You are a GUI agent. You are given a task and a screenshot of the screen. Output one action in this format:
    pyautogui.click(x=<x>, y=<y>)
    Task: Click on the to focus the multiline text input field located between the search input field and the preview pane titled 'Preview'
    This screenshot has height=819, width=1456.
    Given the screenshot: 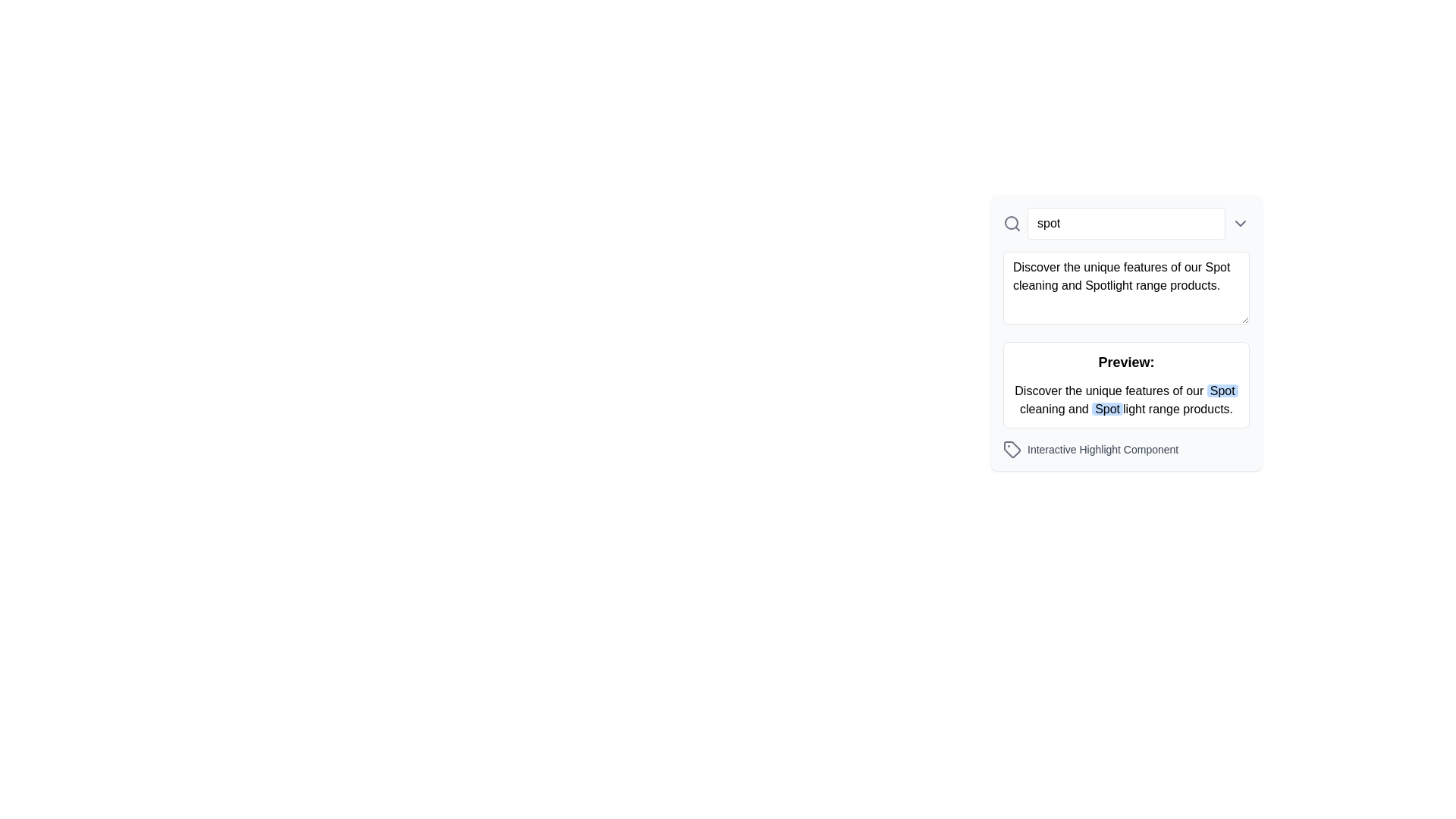 What is the action you would take?
    pyautogui.click(x=1126, y=288)
    